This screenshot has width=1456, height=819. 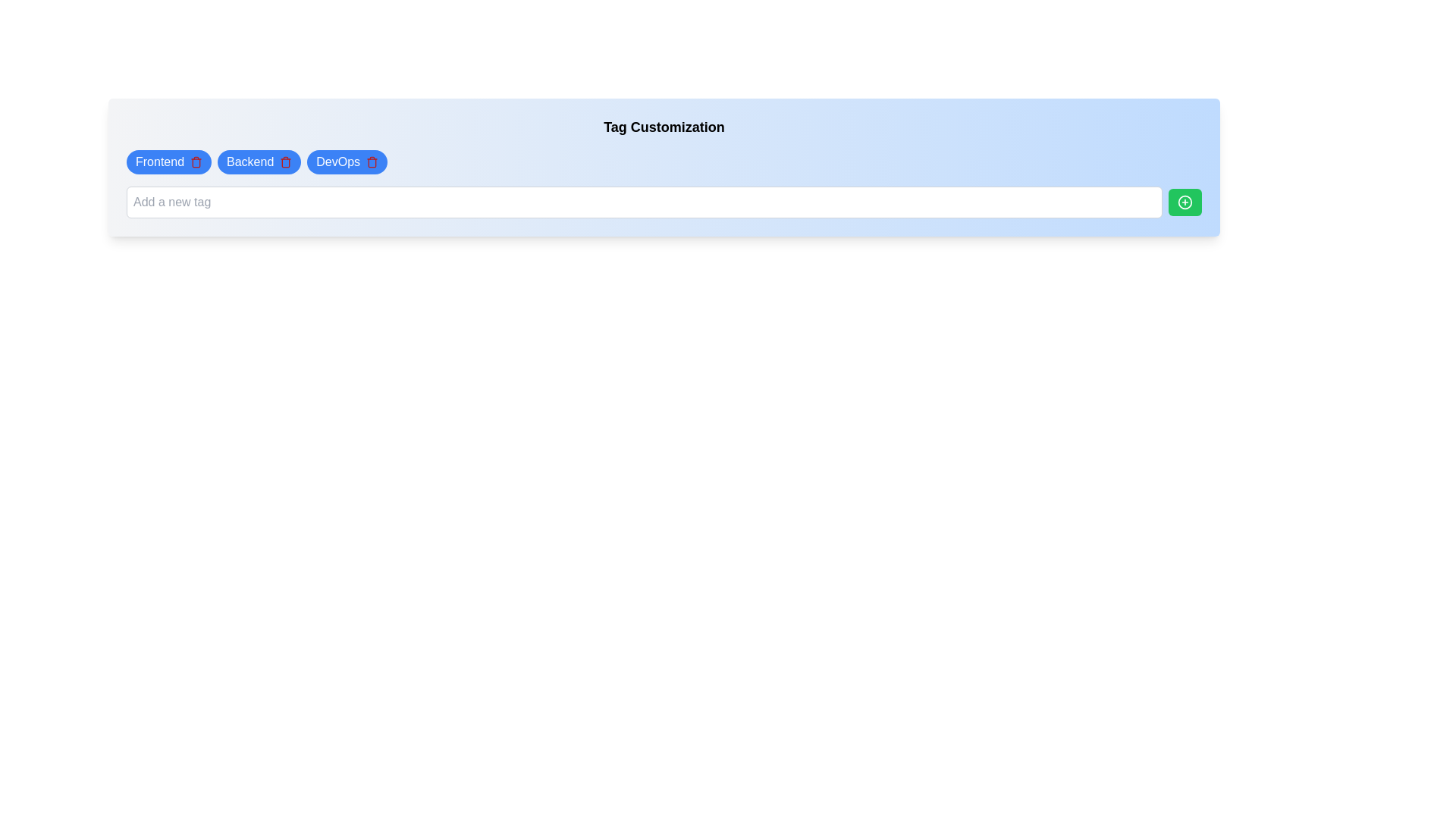 I want to click on the interactive trash can icon with red styling, positioned to the right of the 'Backend' label, so click(x=286, y=162).